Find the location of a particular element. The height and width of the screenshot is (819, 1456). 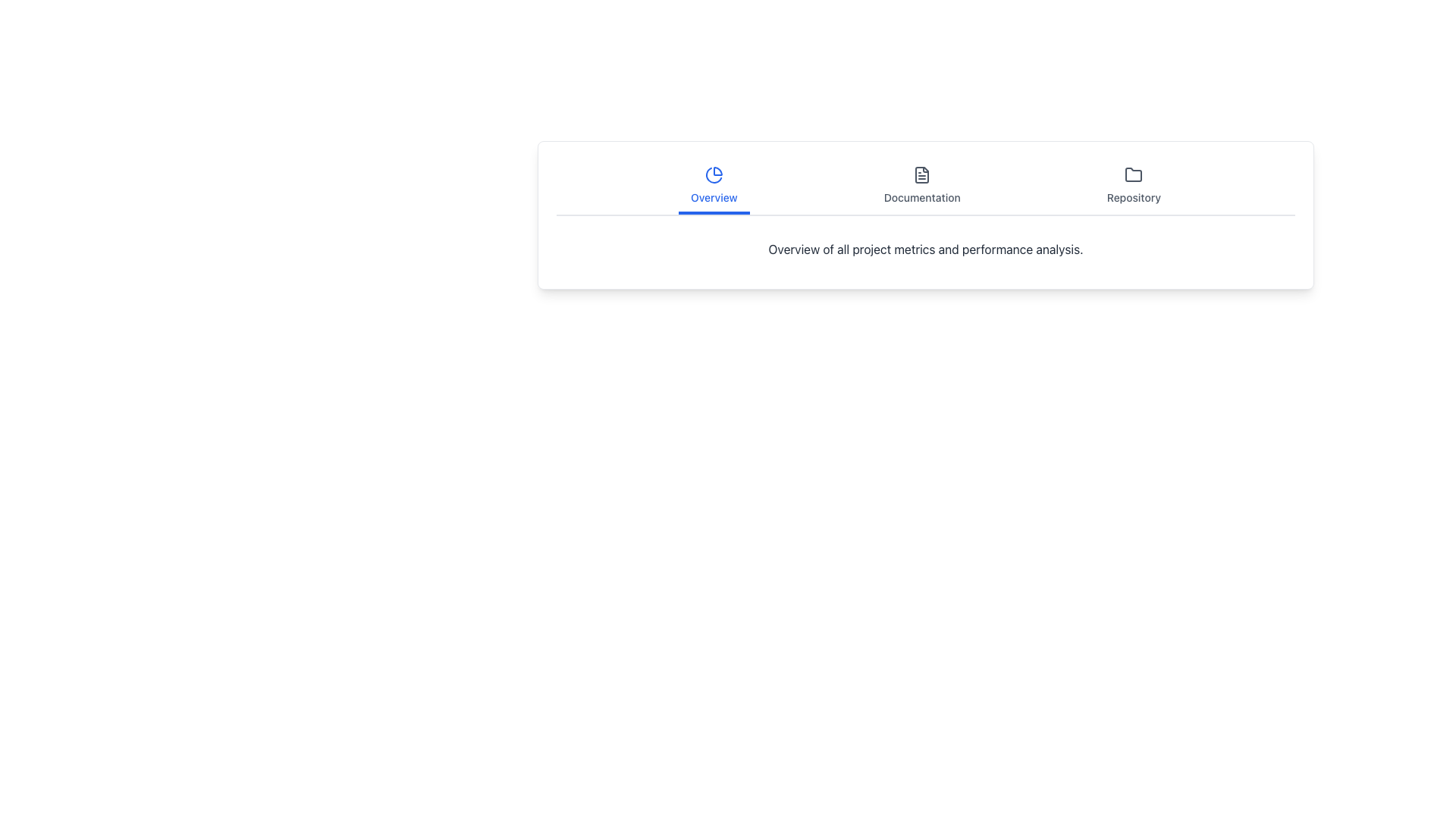

the folder icon located above the label 'Repository' is located at coordinates (1134, 174).